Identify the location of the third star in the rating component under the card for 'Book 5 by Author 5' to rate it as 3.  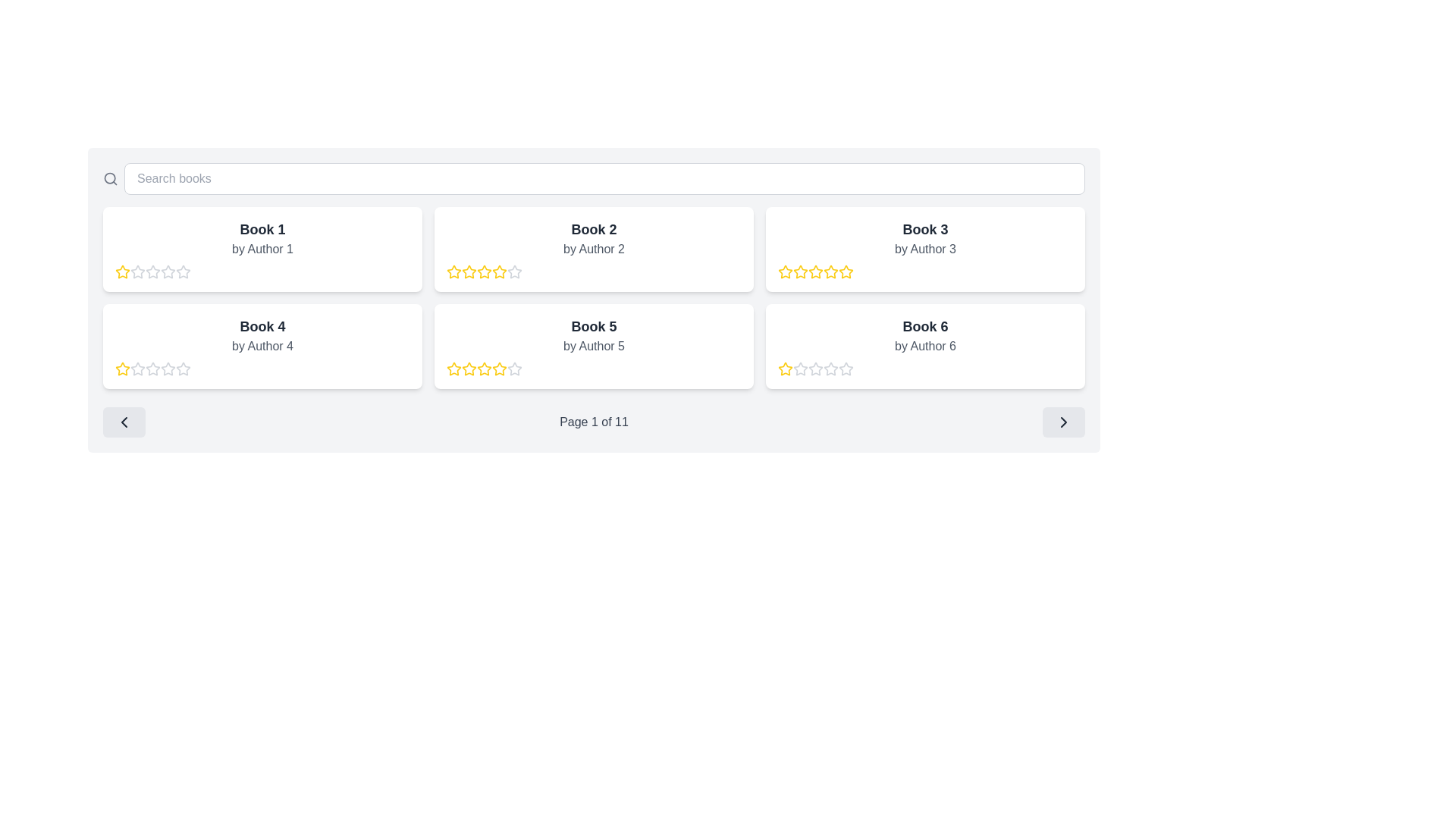
(469, 369).